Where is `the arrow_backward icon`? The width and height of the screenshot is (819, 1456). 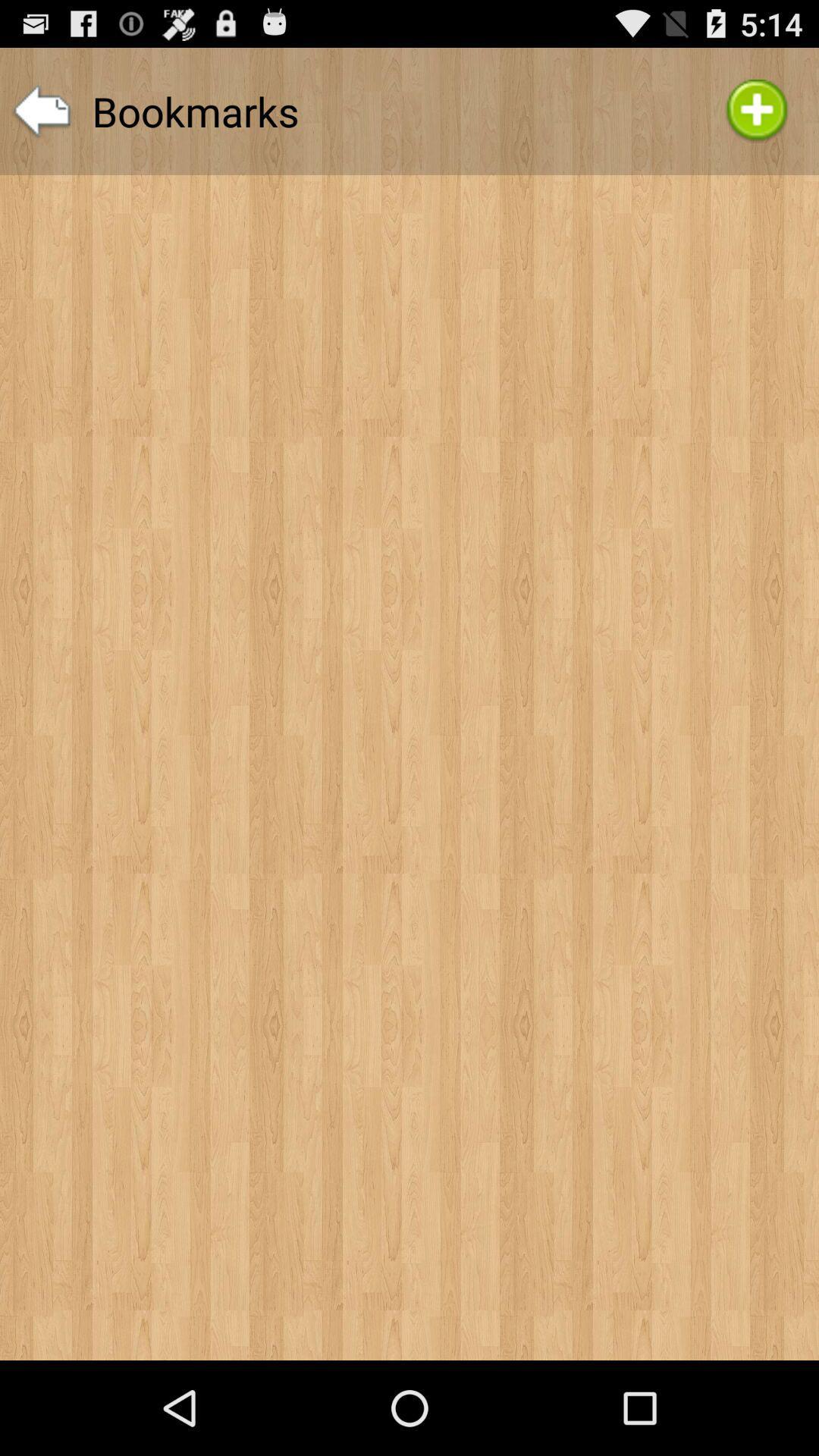 the arrow_backward icon is located at coordinates (41, 118).